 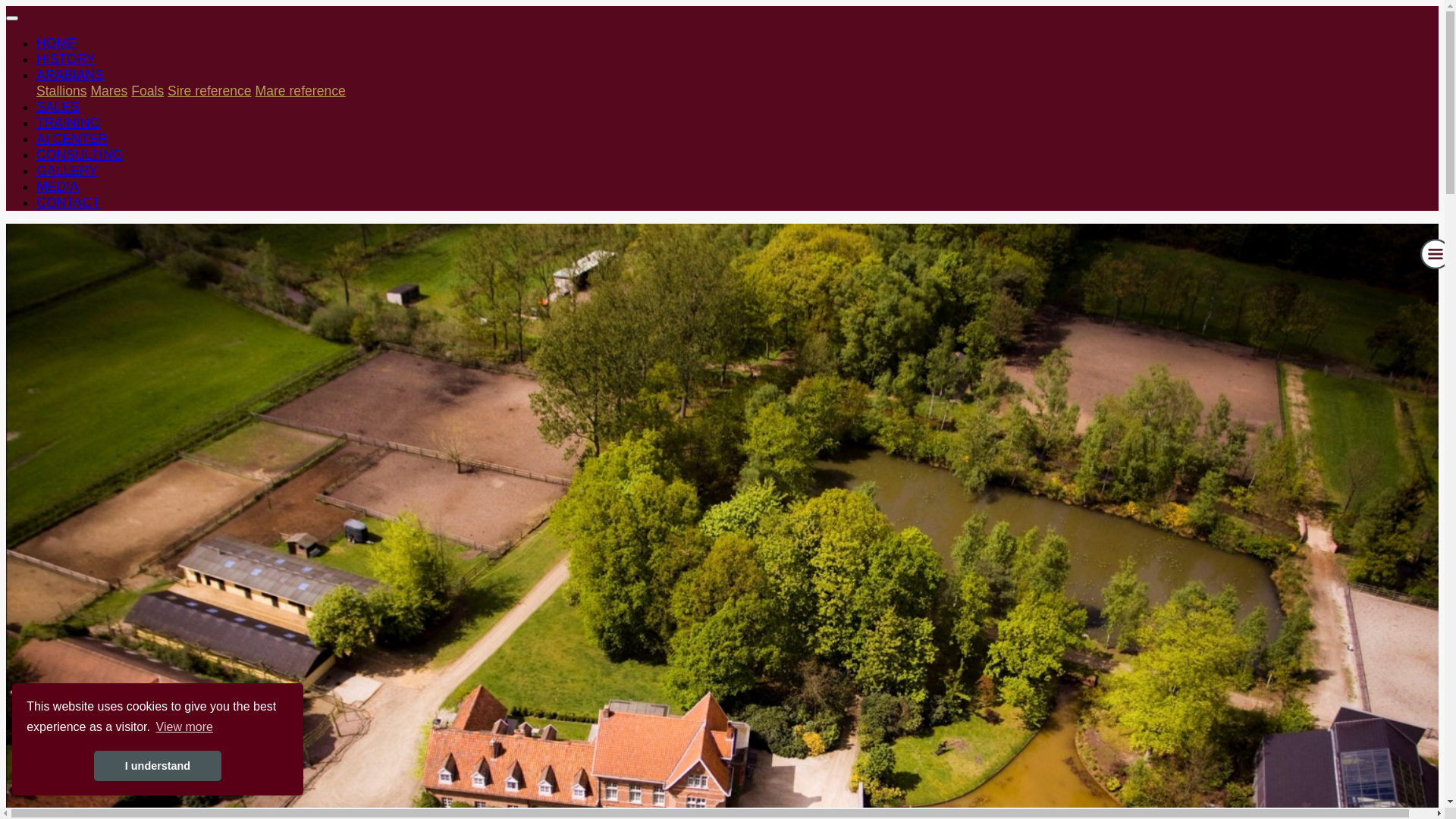 What do you see at coordinates (61, 90) in the screenshot?
I see `'Stallions'` at bounding box center [61, 90].